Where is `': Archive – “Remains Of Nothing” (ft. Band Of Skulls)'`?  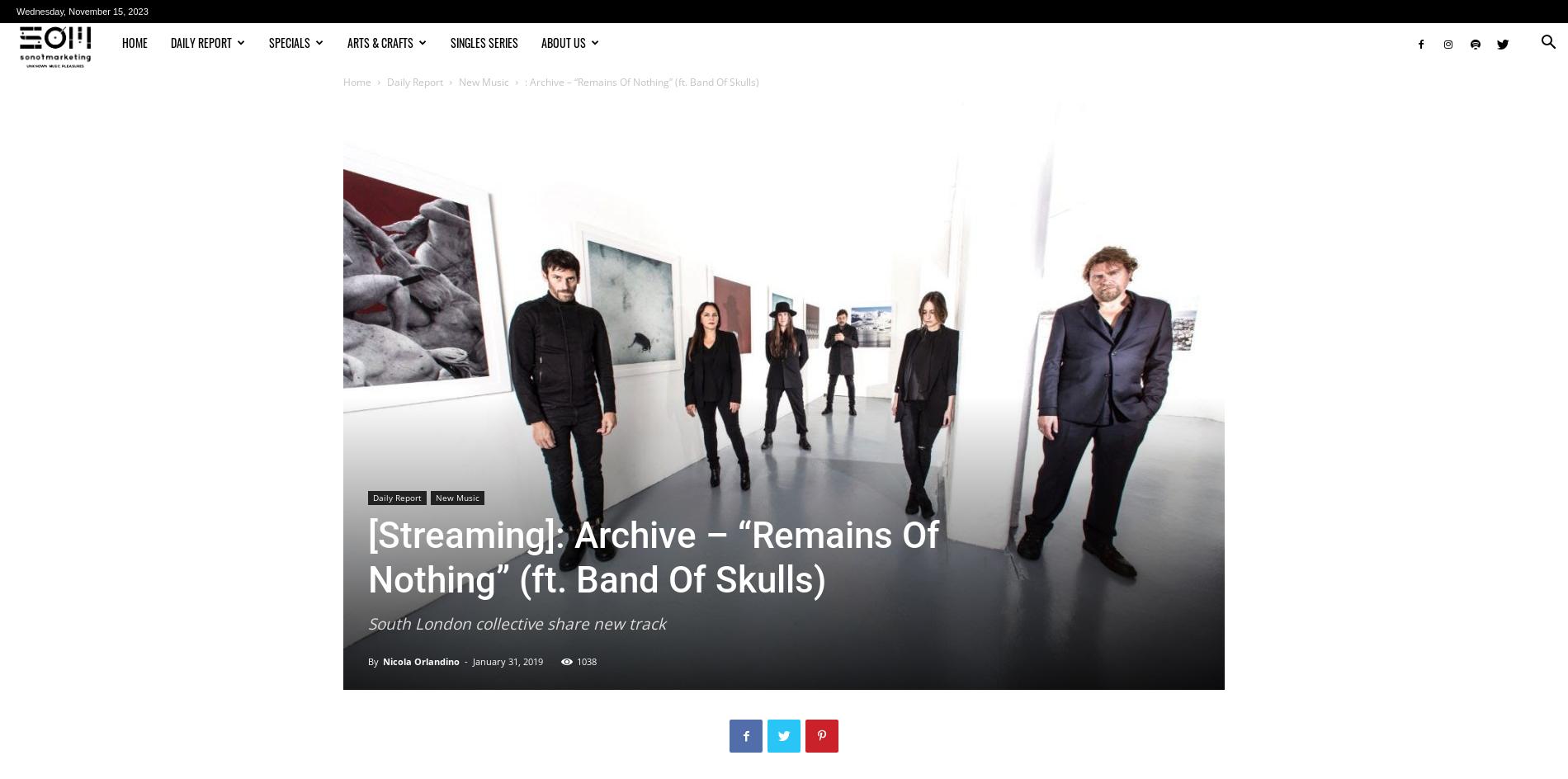
': Archive – “Remains Of Nothing” (ft. Band Of Skulls)' is located at coordinates (641, 81).